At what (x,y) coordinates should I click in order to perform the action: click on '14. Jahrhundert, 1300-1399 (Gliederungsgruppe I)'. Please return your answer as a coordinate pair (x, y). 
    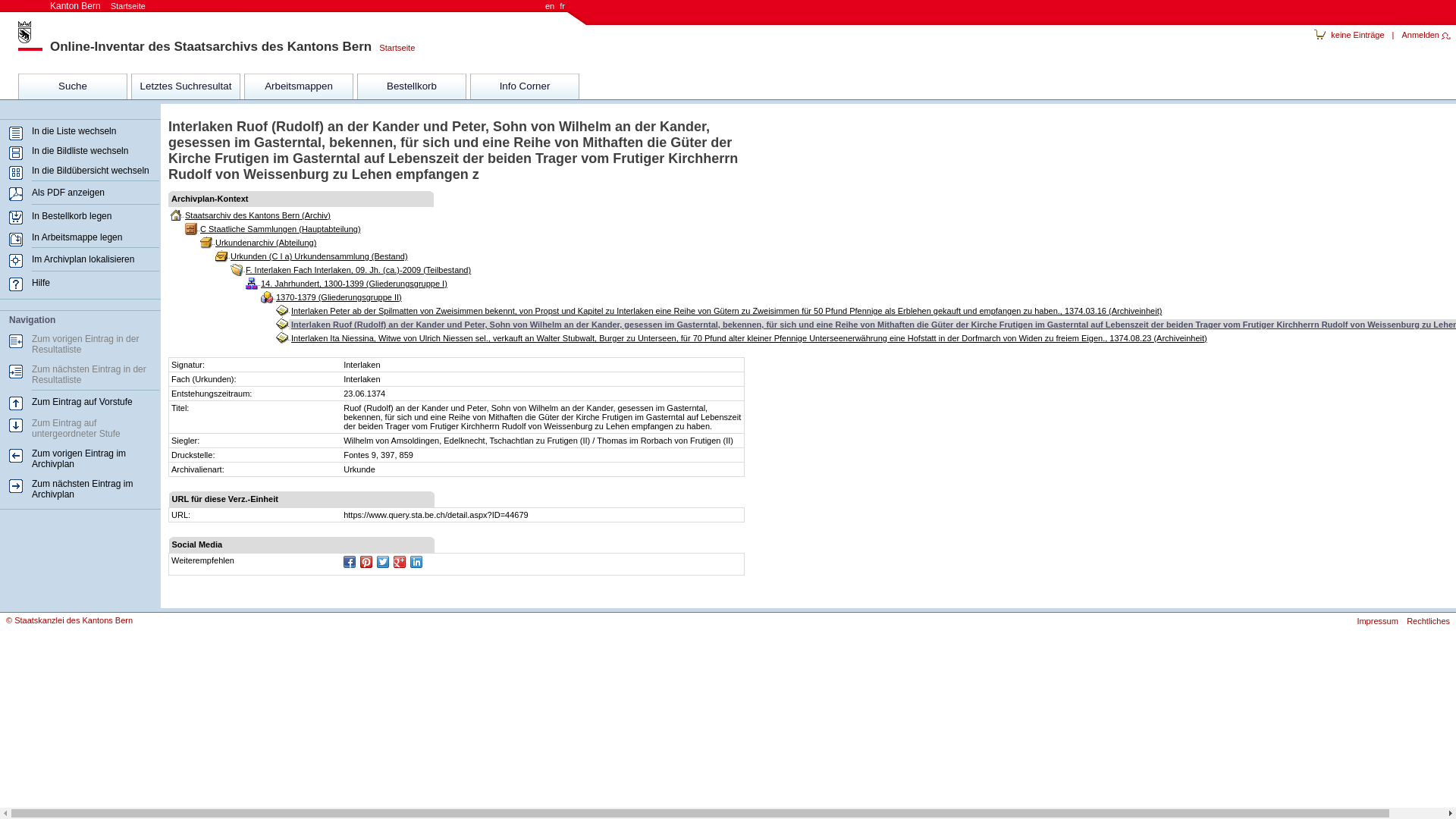
    Looking at the image, I should click on (258, 284).